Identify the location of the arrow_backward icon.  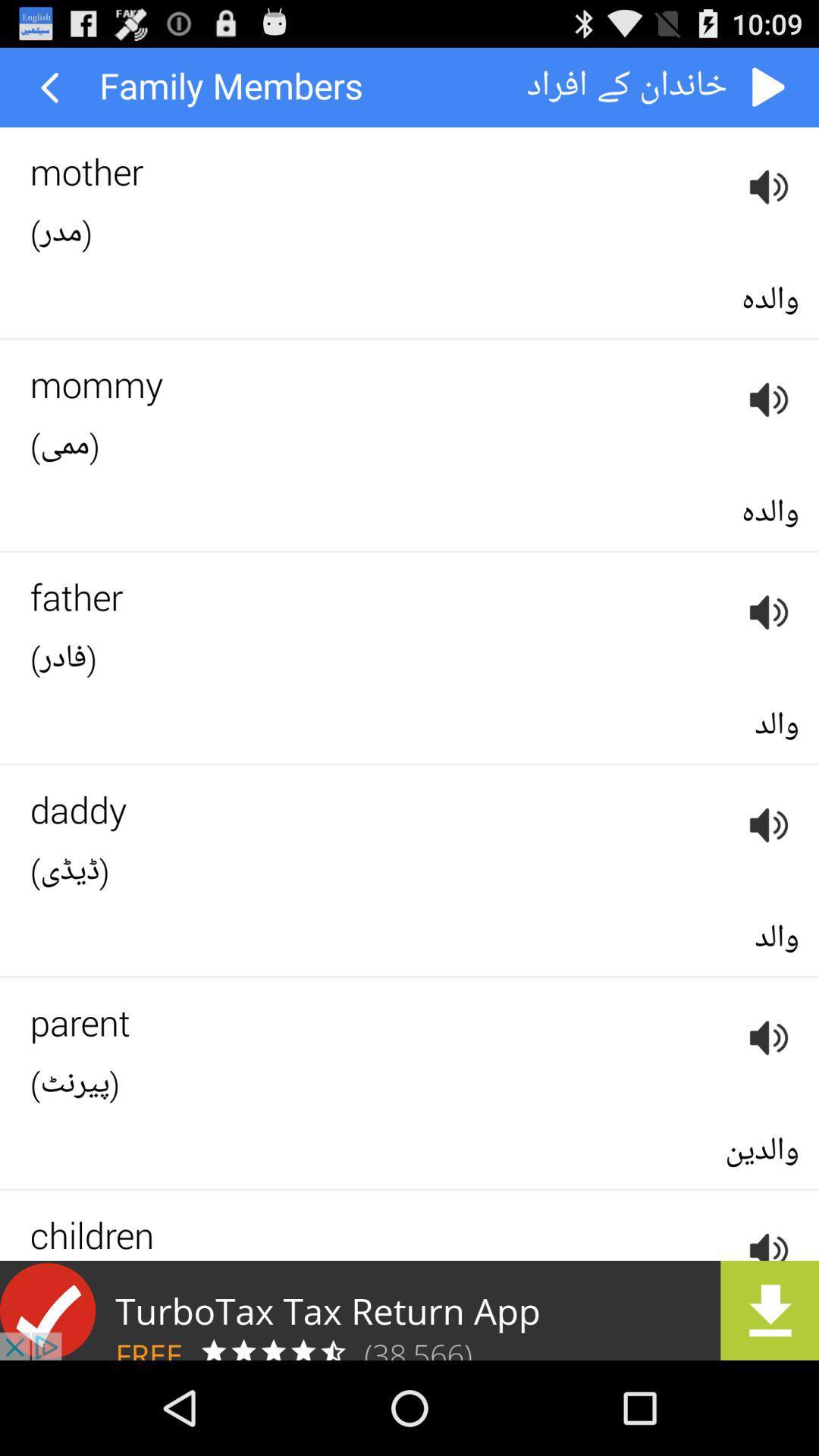
(49, 93).